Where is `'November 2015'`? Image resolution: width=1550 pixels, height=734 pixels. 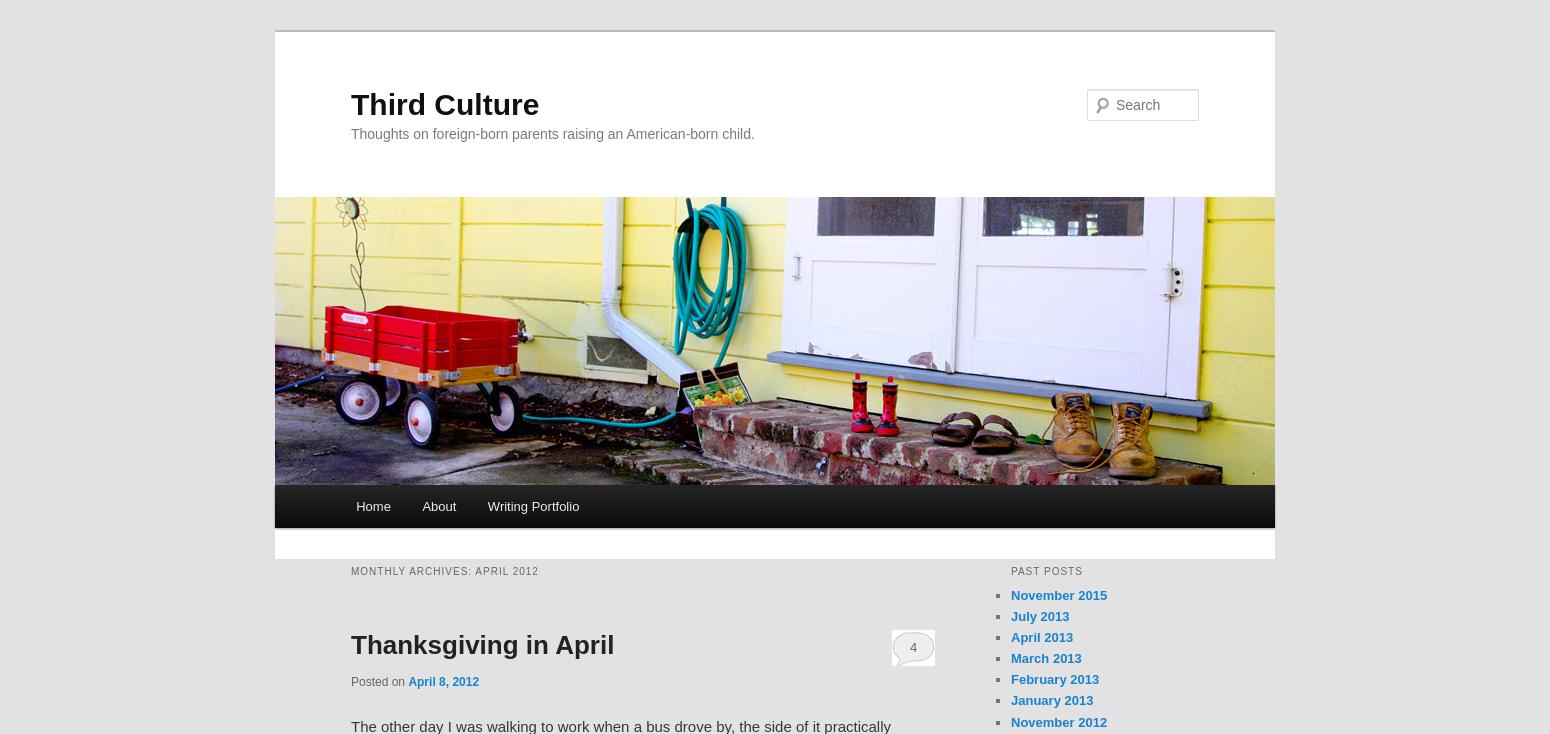 'November 2015' is located at coordinates (1058, 594).